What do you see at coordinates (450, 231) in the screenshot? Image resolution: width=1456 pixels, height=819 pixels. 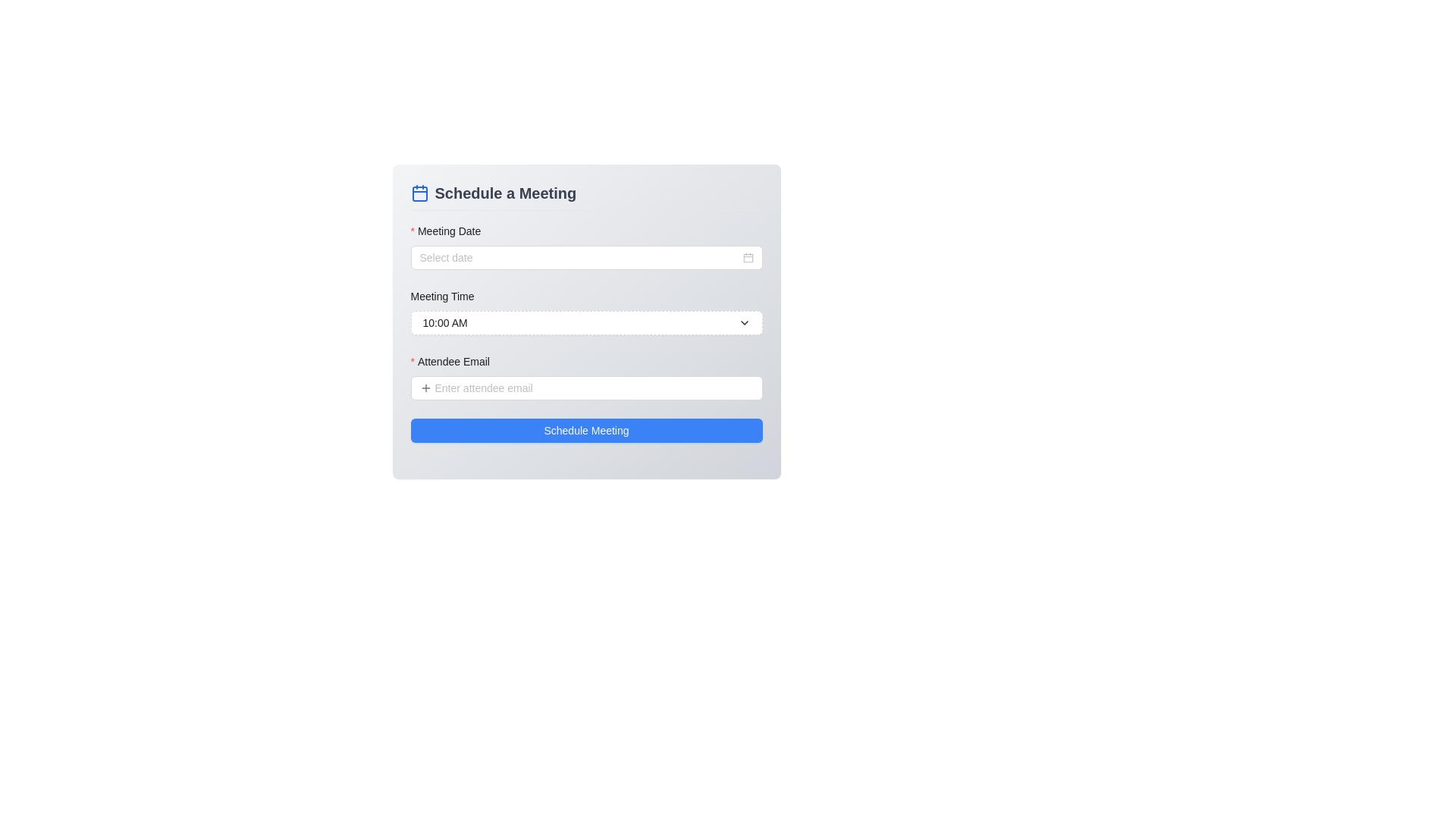 I see `text content of the 'Meeting Date' label, which is styled with a bold font and has a red asterisk indicating a mandatory field` at bounding box center [450, 231].